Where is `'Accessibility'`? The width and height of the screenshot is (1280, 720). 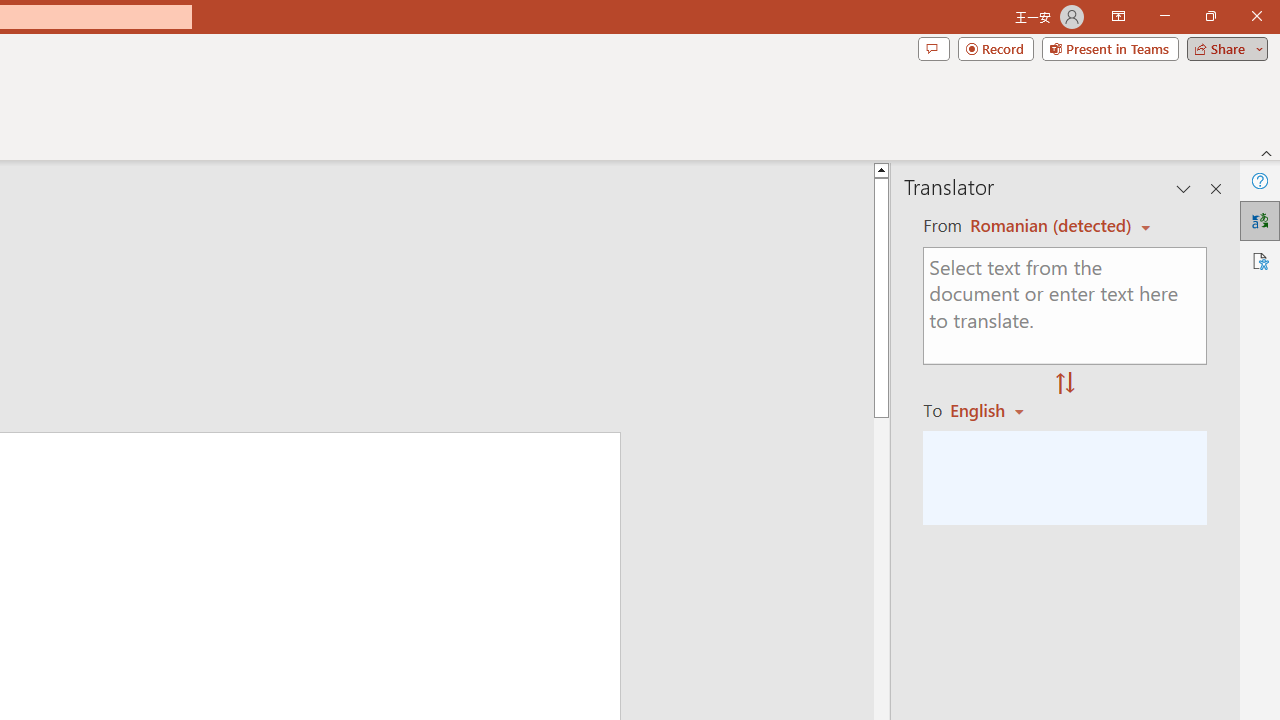 'Accessibility' is located at coordinates (1259, 260).